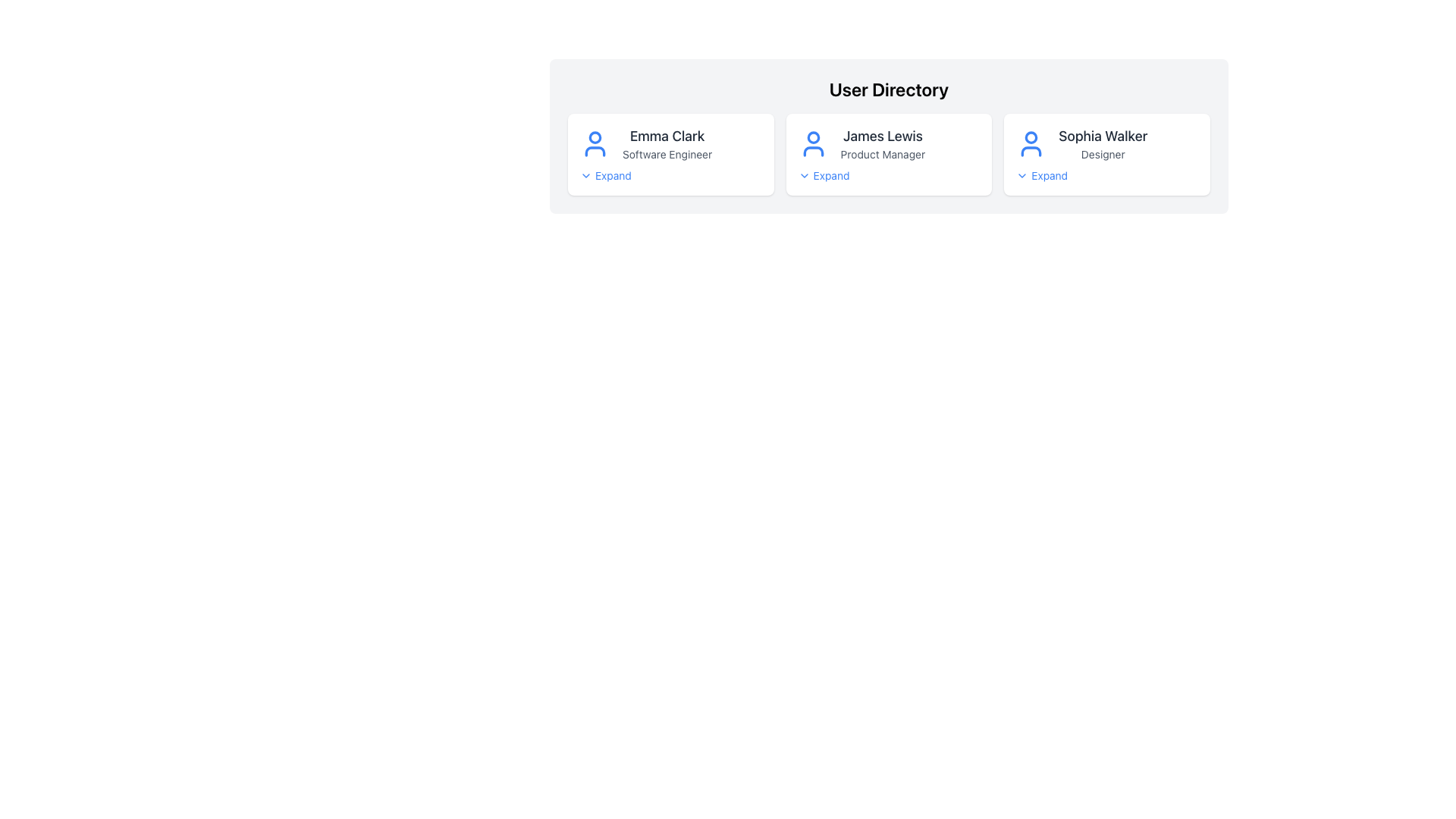 The height and width of the screenshot is (819, 1456). What do you see at coordinates (595, 143) in the screenshot?
I see `the Profile Icon, which is a blue user outline located at the top-left corner of the user card for 'Emma Clark, Software Engineer.'` at bounding box center [595, 143].